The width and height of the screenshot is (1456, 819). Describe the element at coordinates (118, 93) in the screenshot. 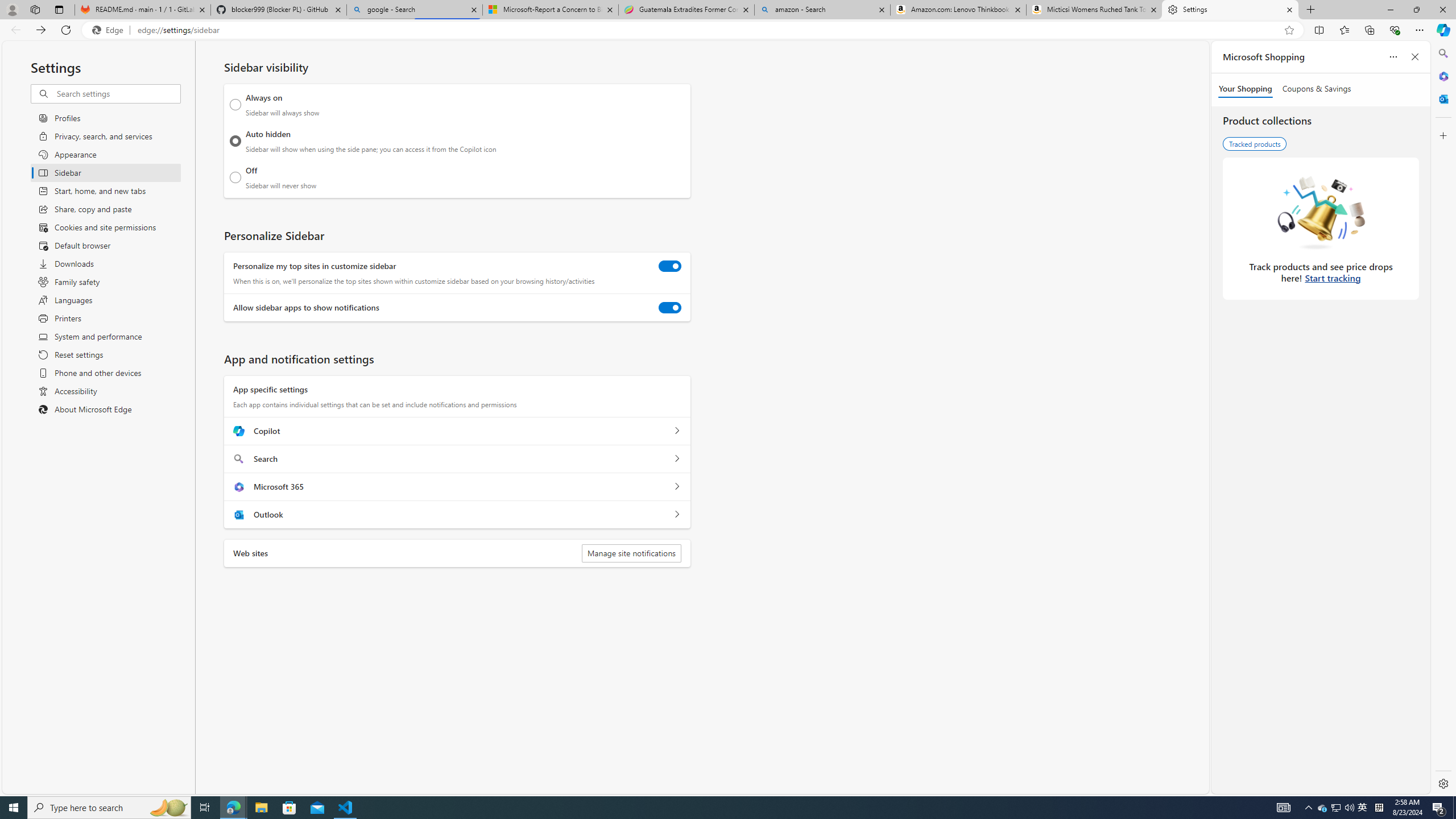

I see `'Search settings'` at that location.